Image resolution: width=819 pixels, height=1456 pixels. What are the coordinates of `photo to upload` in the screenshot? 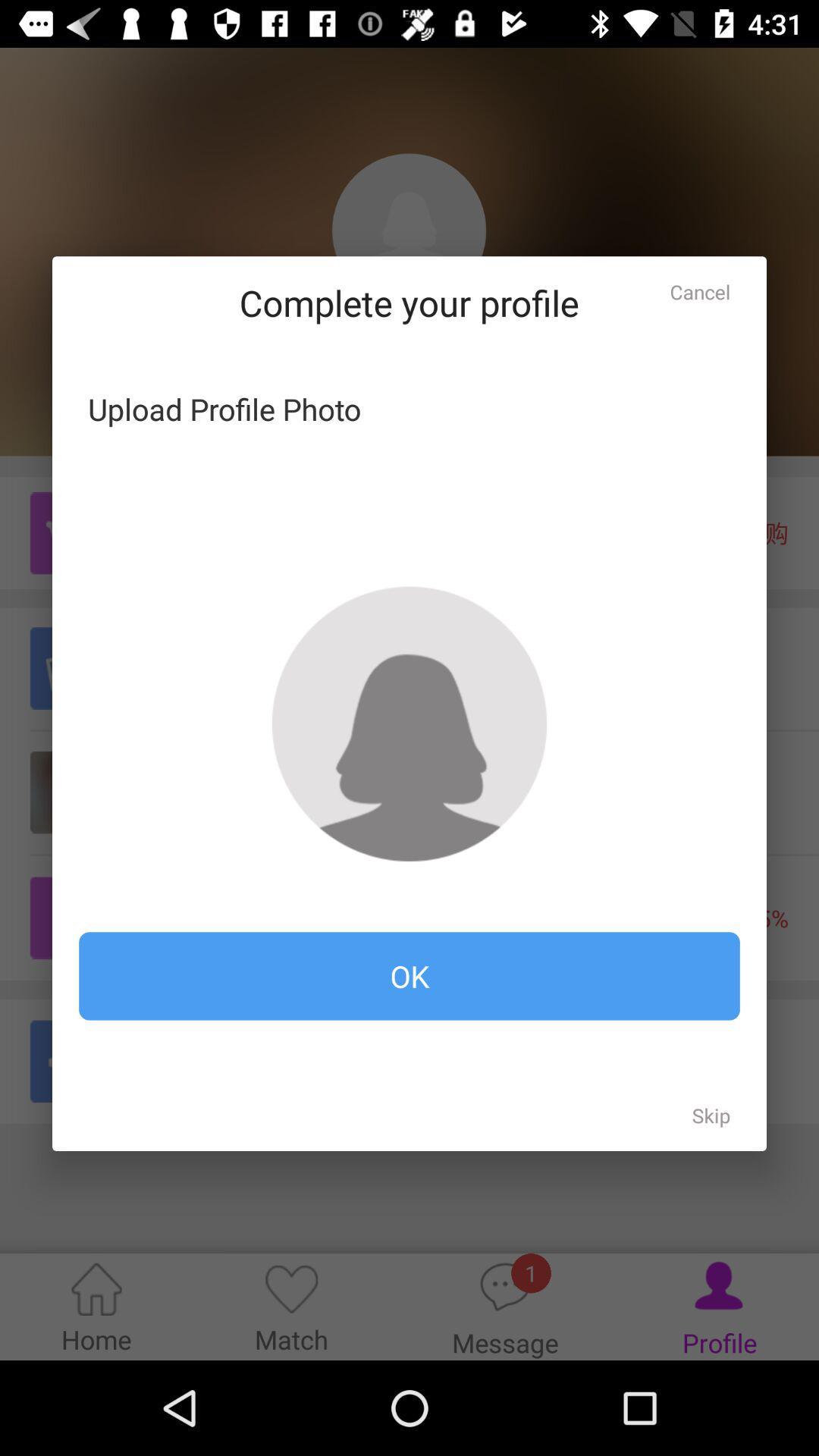 It's located at (409, 723).